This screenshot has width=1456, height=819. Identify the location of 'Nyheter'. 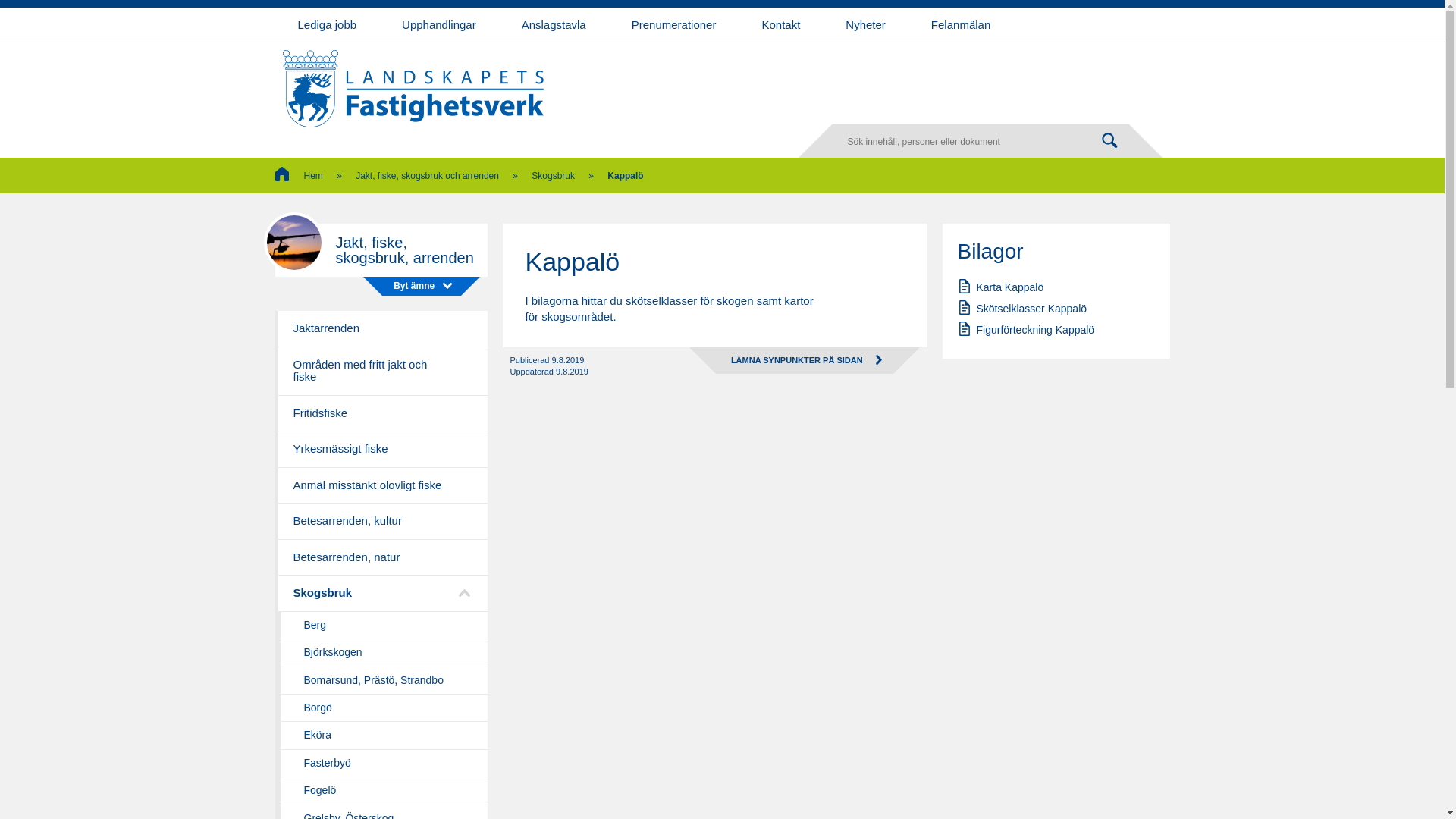
(865, 24).